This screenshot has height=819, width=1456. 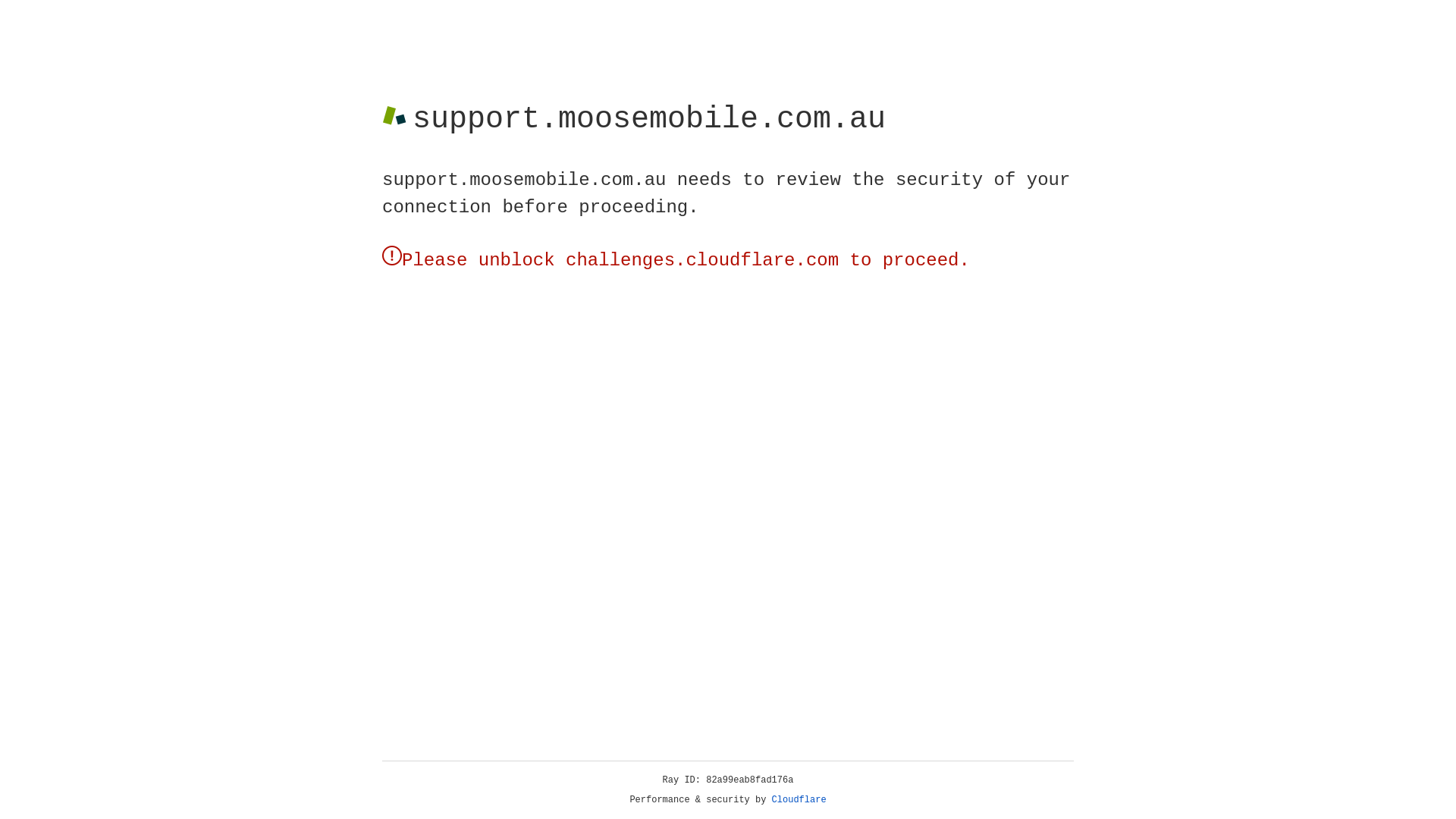 What do you see at coordinates (799, 799) in the screenshot?
I see `'Cloudflare'` at bounding box center [799, 799].